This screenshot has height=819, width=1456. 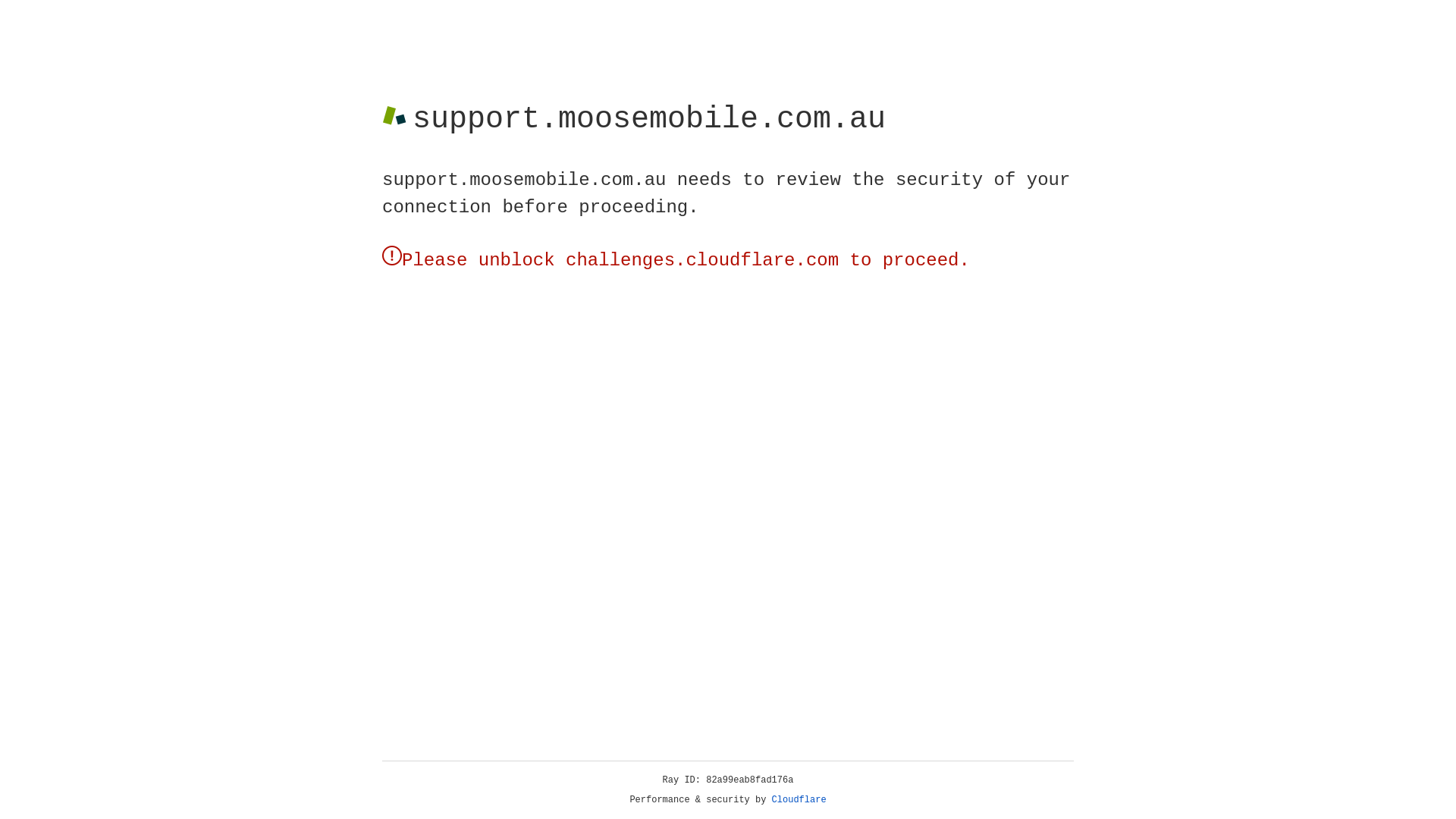 What do you see at coordinates (799, 799) in the screenshot?
I see `'Cloudflare'` at bounding box center [799, 799].